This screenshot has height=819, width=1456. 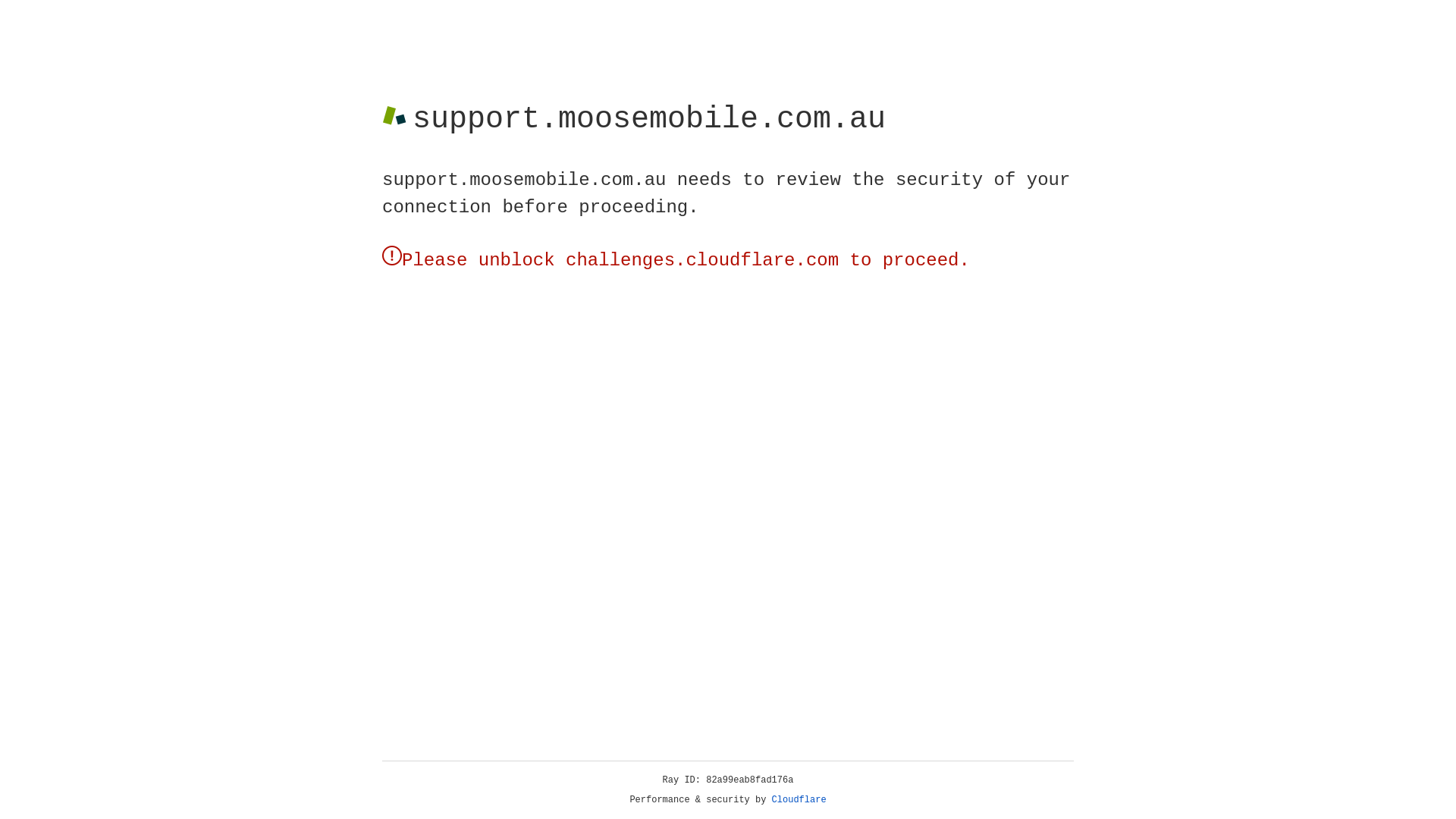 What do you see at coordinates (799, 799) in the screenshot?
I see `'Cloudflare'` at bounding box center [799, 799].